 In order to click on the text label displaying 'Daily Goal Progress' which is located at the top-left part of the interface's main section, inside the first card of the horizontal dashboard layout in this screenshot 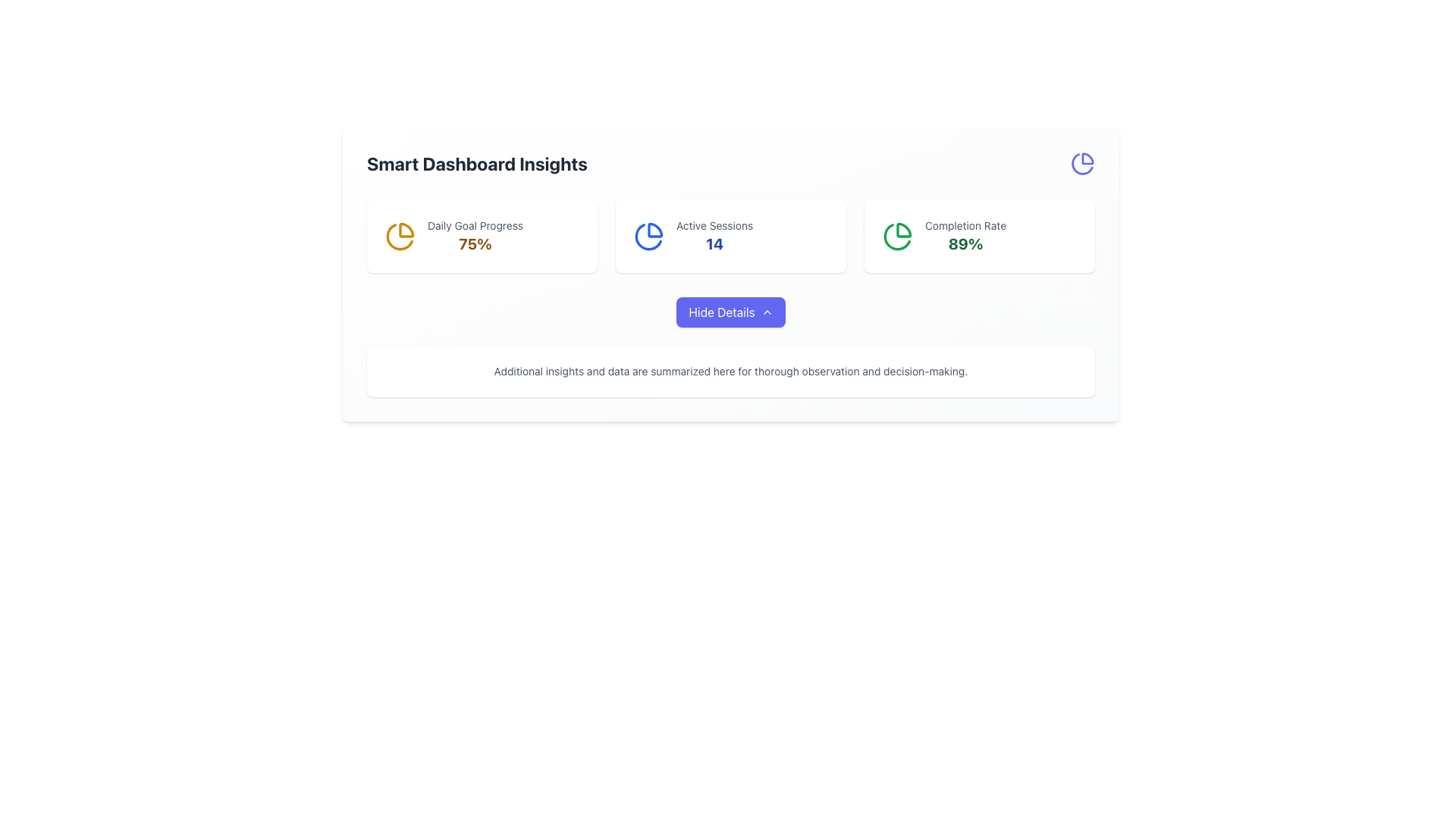, I will do `click(475, 225)`.